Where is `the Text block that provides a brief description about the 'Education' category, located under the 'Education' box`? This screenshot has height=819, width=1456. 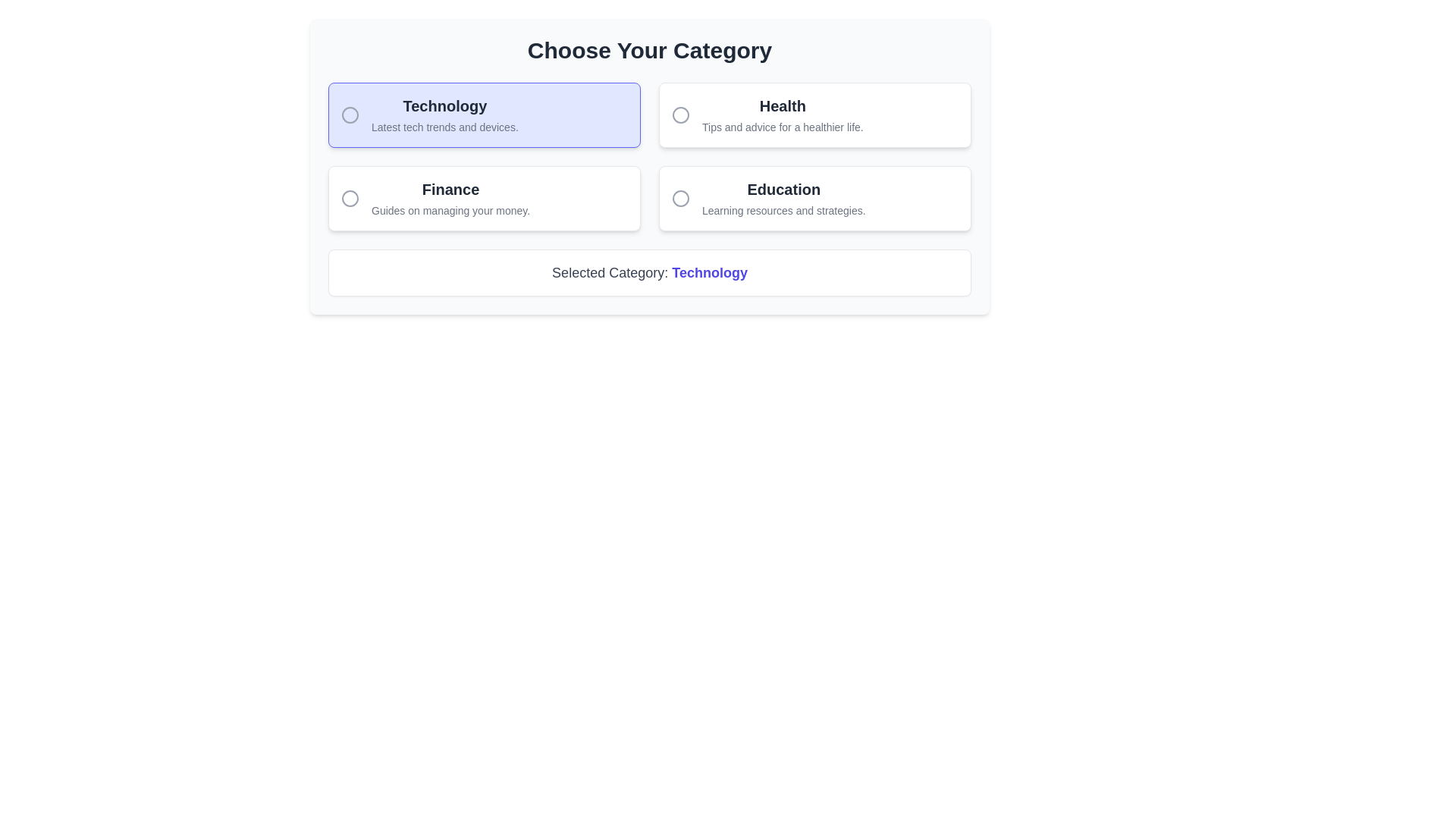
the Text block that provides a brief description about the 'Education' category, located under the 'Education' box is located at coordinates (783, 210).